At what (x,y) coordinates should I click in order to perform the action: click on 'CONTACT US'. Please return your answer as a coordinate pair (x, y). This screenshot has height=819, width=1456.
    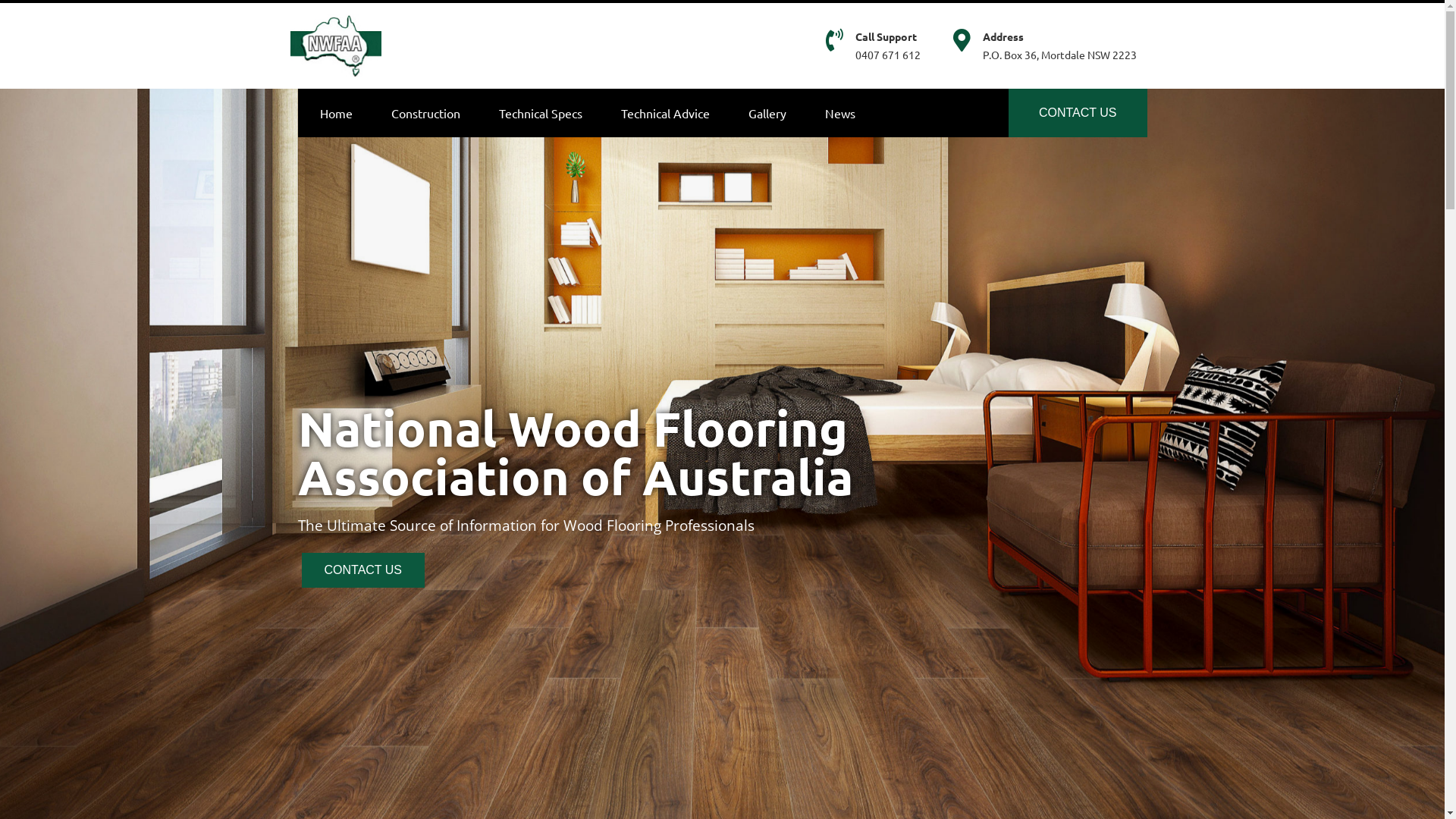
    Looking at the image, I should click on (1077, 111).